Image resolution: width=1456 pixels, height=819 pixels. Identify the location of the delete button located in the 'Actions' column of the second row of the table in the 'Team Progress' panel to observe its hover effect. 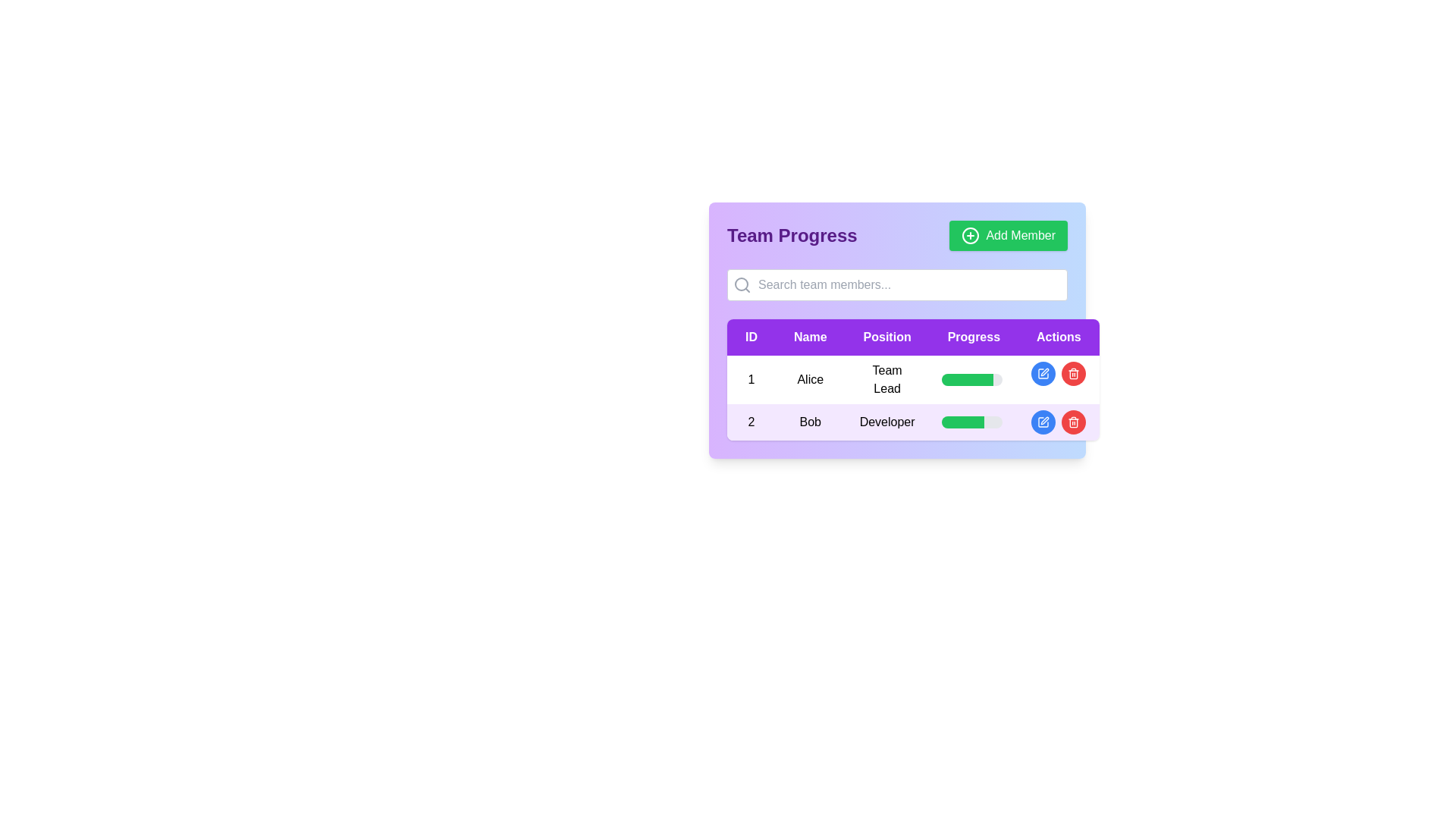
(1073, 374).